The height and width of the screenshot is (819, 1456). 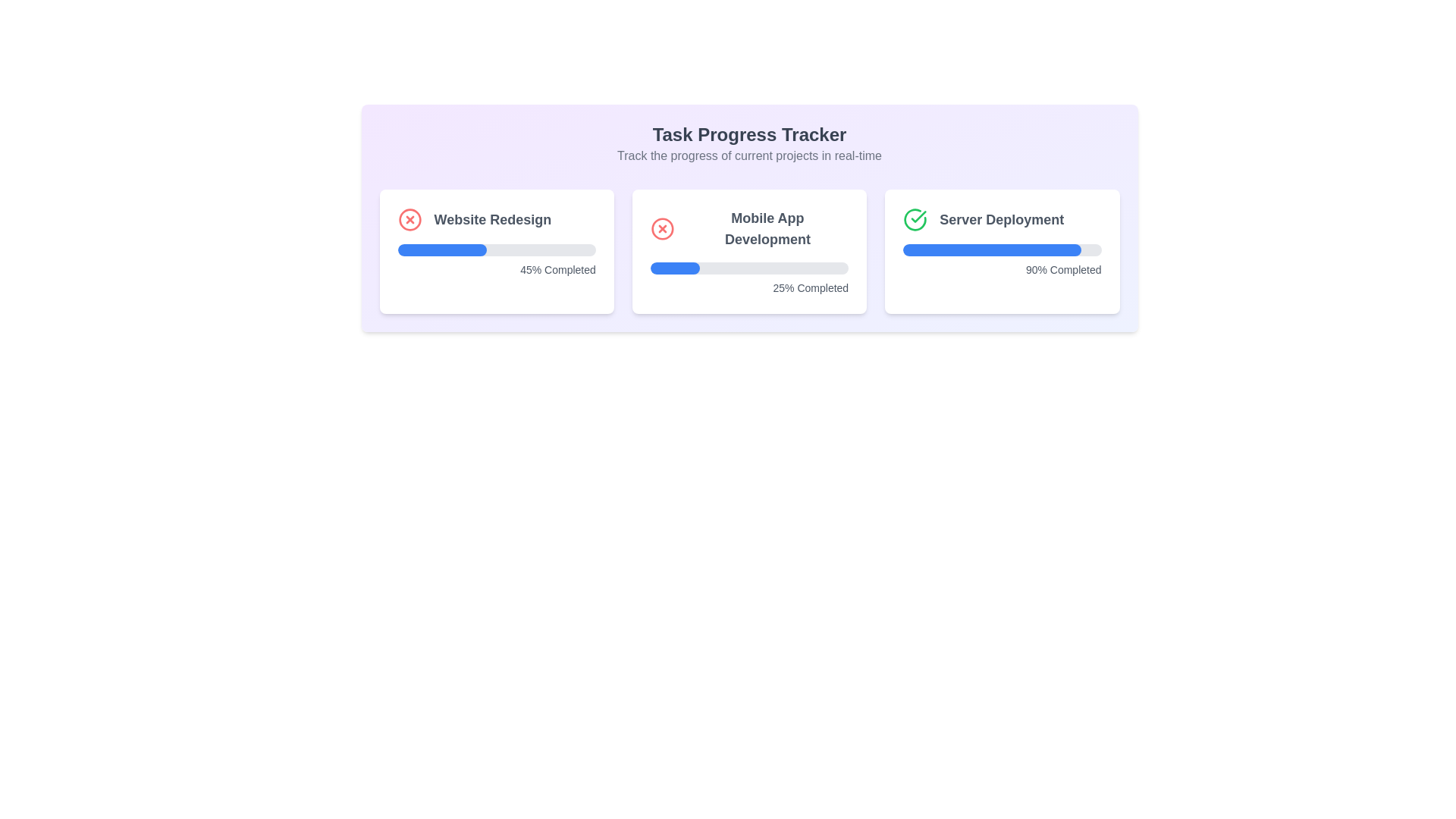 I want to click on the progress bar indicating 45% completion for the 'Website Redesign' task, positioned below the header text, so click(x=497, y=249).